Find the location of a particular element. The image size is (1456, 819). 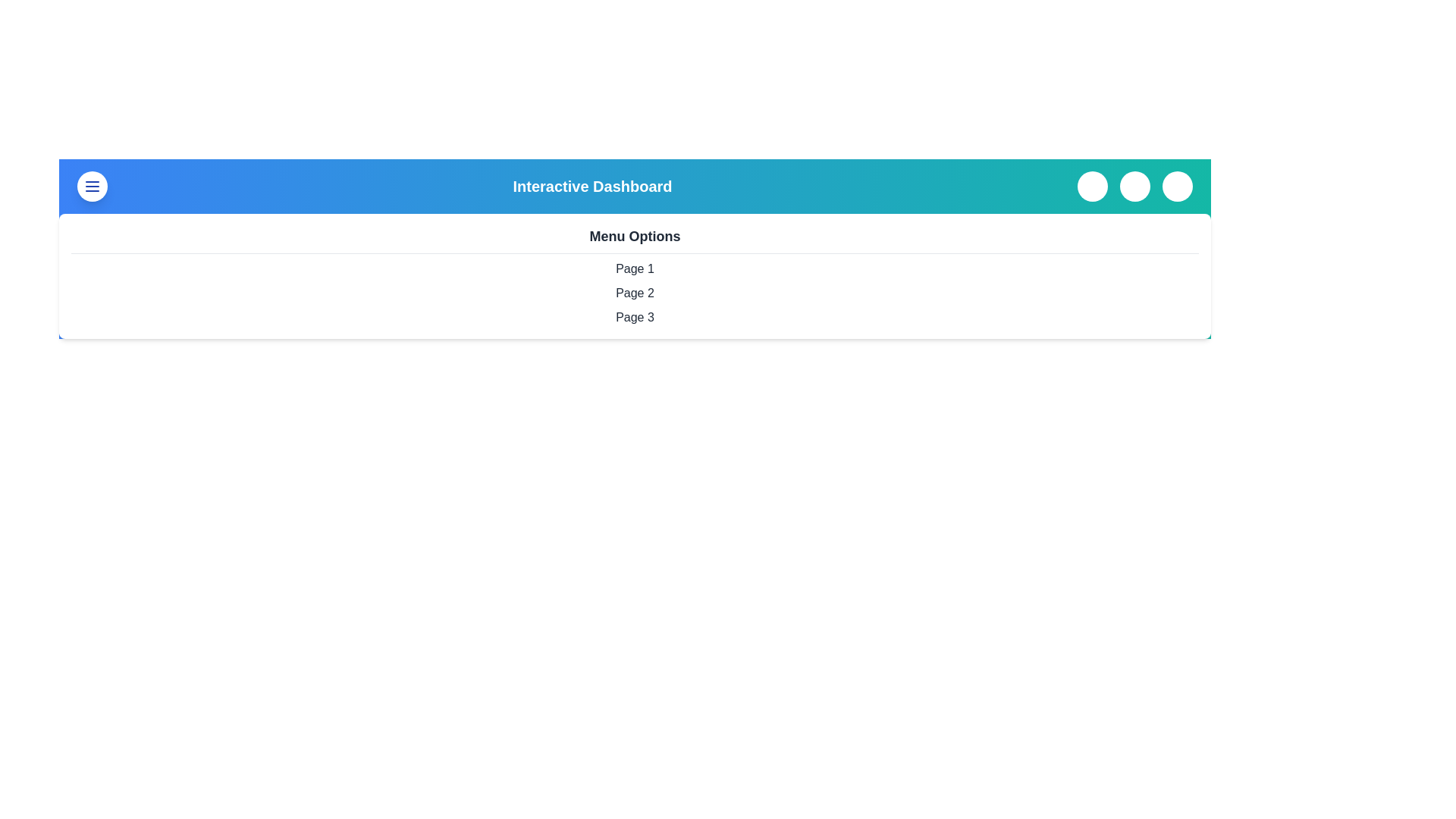

the menu option Page 3 to navigate to the corresponding page is located at coordinates (635, 317).